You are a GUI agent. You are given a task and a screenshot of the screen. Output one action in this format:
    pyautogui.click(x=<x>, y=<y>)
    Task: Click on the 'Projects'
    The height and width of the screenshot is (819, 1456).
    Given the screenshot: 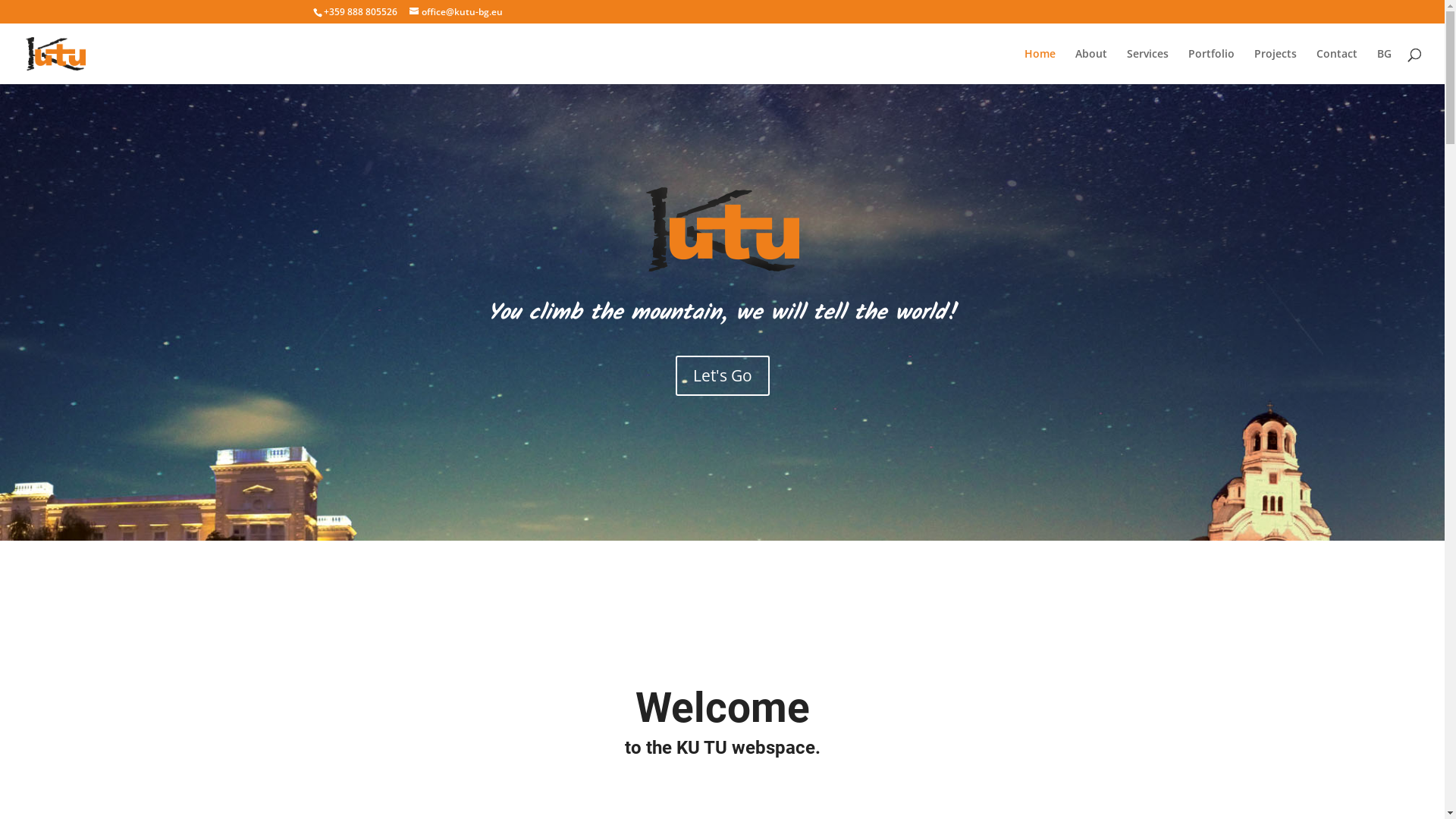 What is the action you would take?
    pyautogui.click(x=1274, y=65)
    